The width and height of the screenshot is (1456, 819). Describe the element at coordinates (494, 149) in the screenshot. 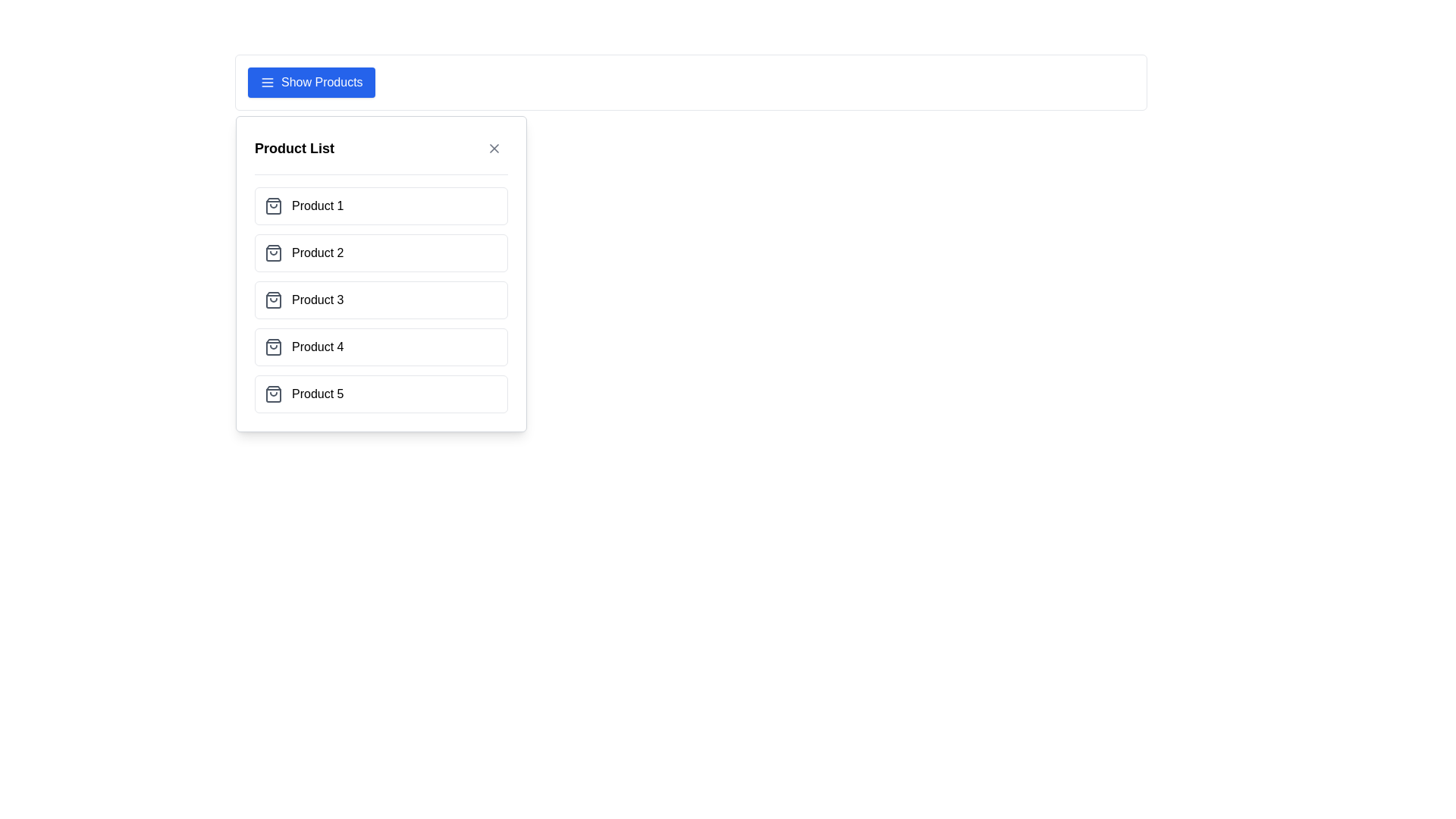

I see `the circular button with a light gray background and 'X' icon located at the top-right corner of the 'Product List' section` at that location.